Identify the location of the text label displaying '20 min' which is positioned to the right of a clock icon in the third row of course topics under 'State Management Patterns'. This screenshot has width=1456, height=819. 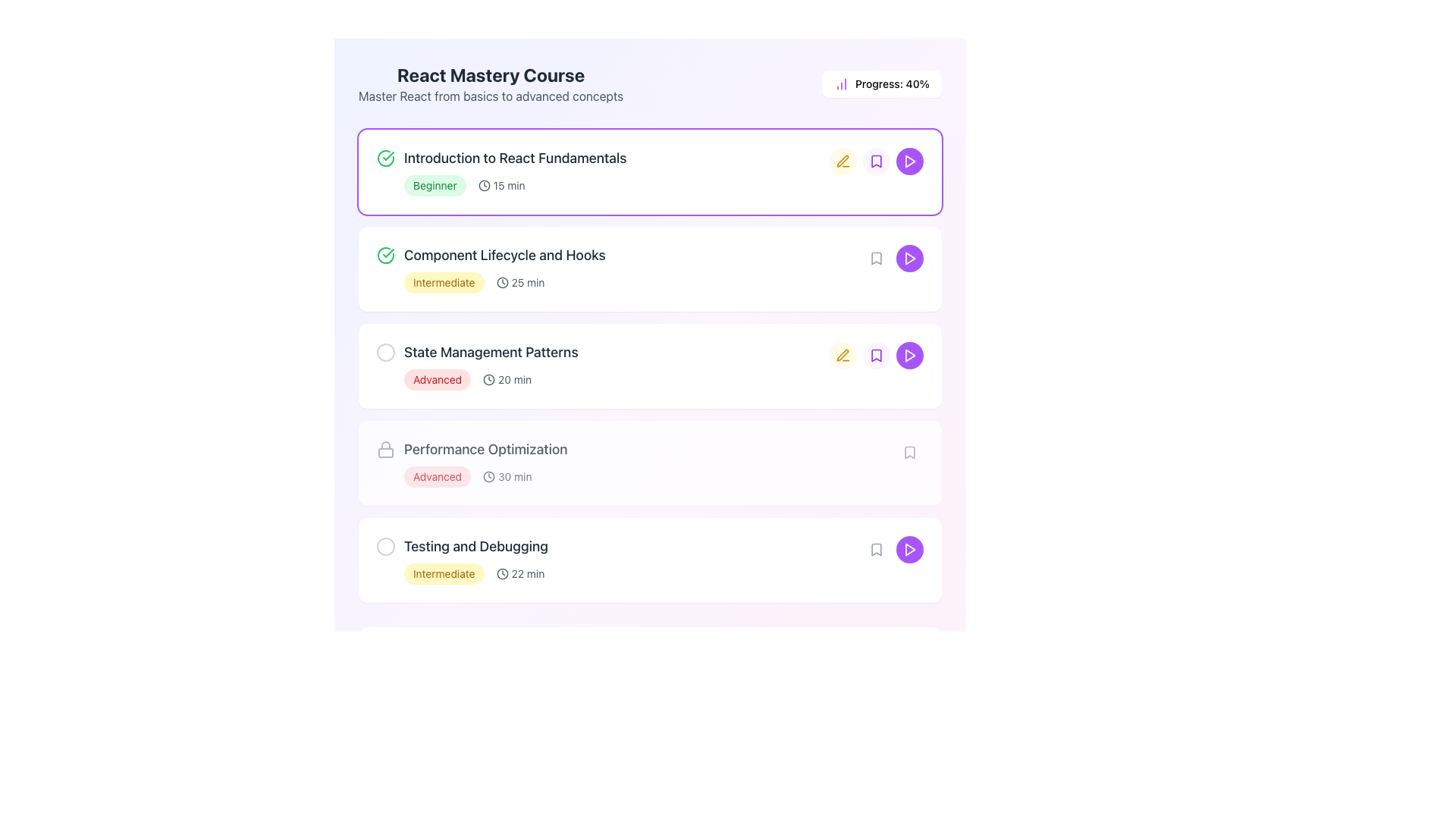
(515, 379).